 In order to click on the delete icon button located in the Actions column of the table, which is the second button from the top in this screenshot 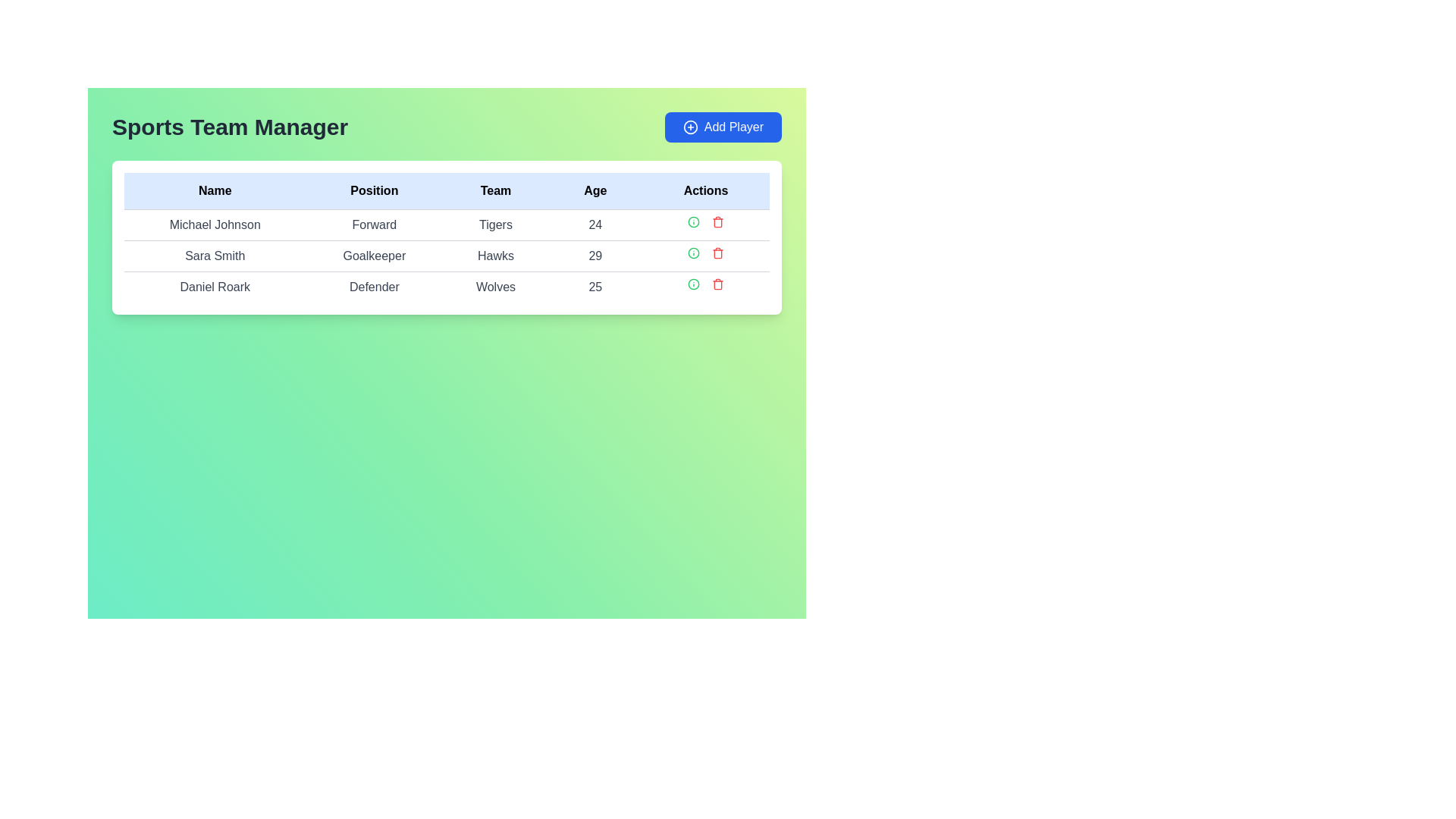, I will do `click(717, 222)`.